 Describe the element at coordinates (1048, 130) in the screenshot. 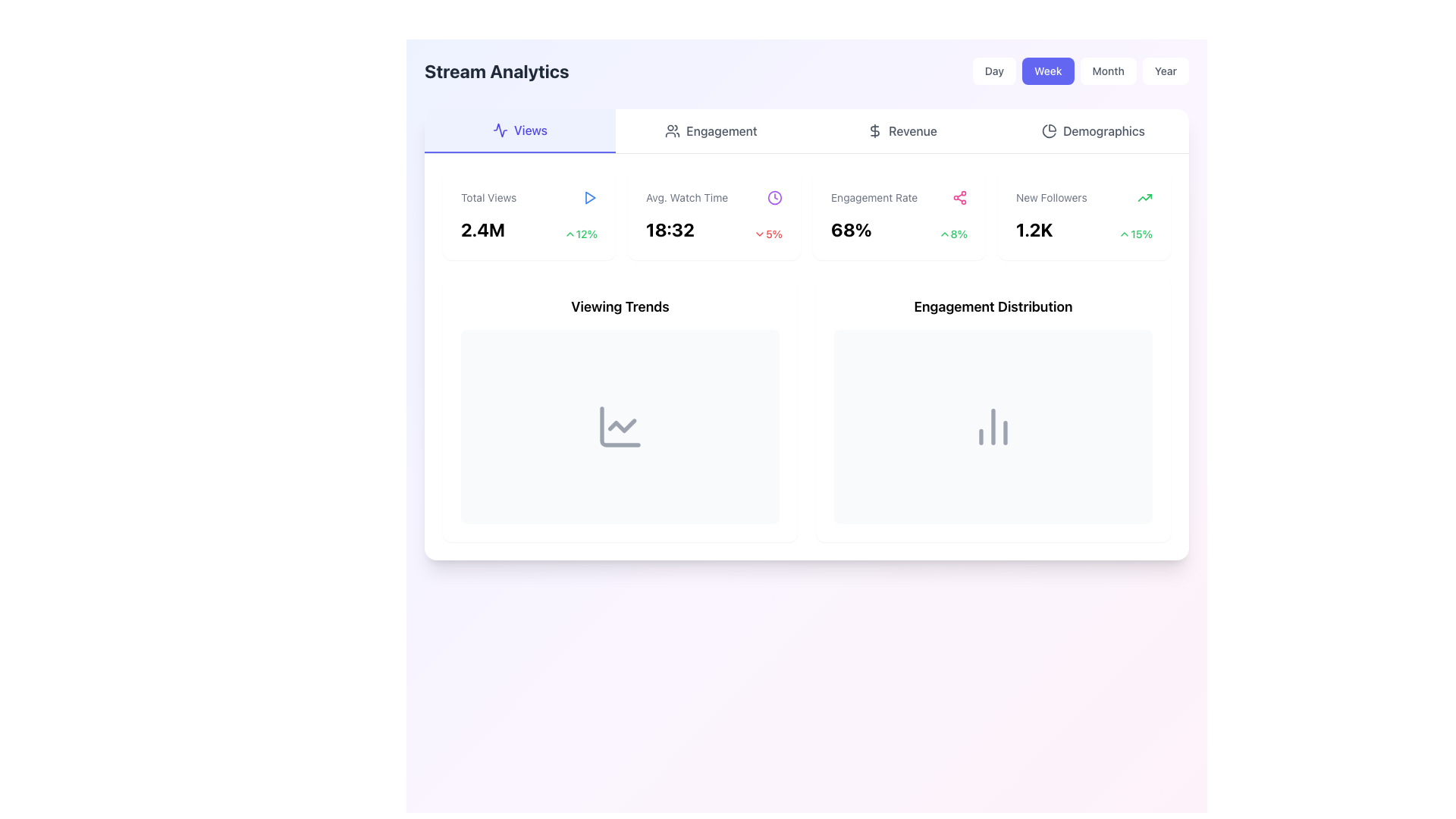

I see `the pie chart icon in the top navigation bar, which represents the 'Demographics' option` at that location.